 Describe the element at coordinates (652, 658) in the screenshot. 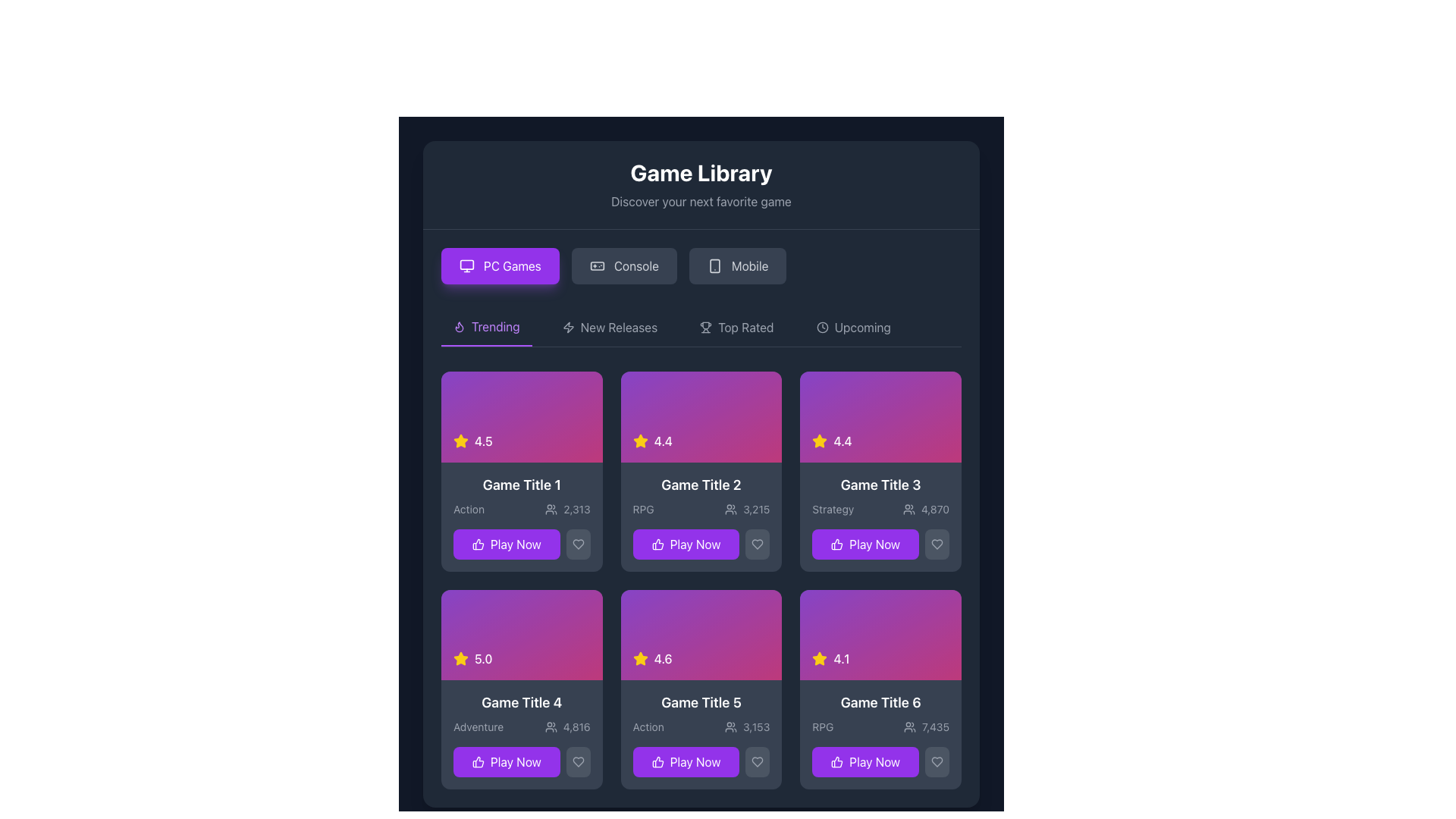

I see `rating text from the icon-text pair located in the bottom-left corner of the 'Game Title 5' card in the second row, middle column of the grid layout` at that location.